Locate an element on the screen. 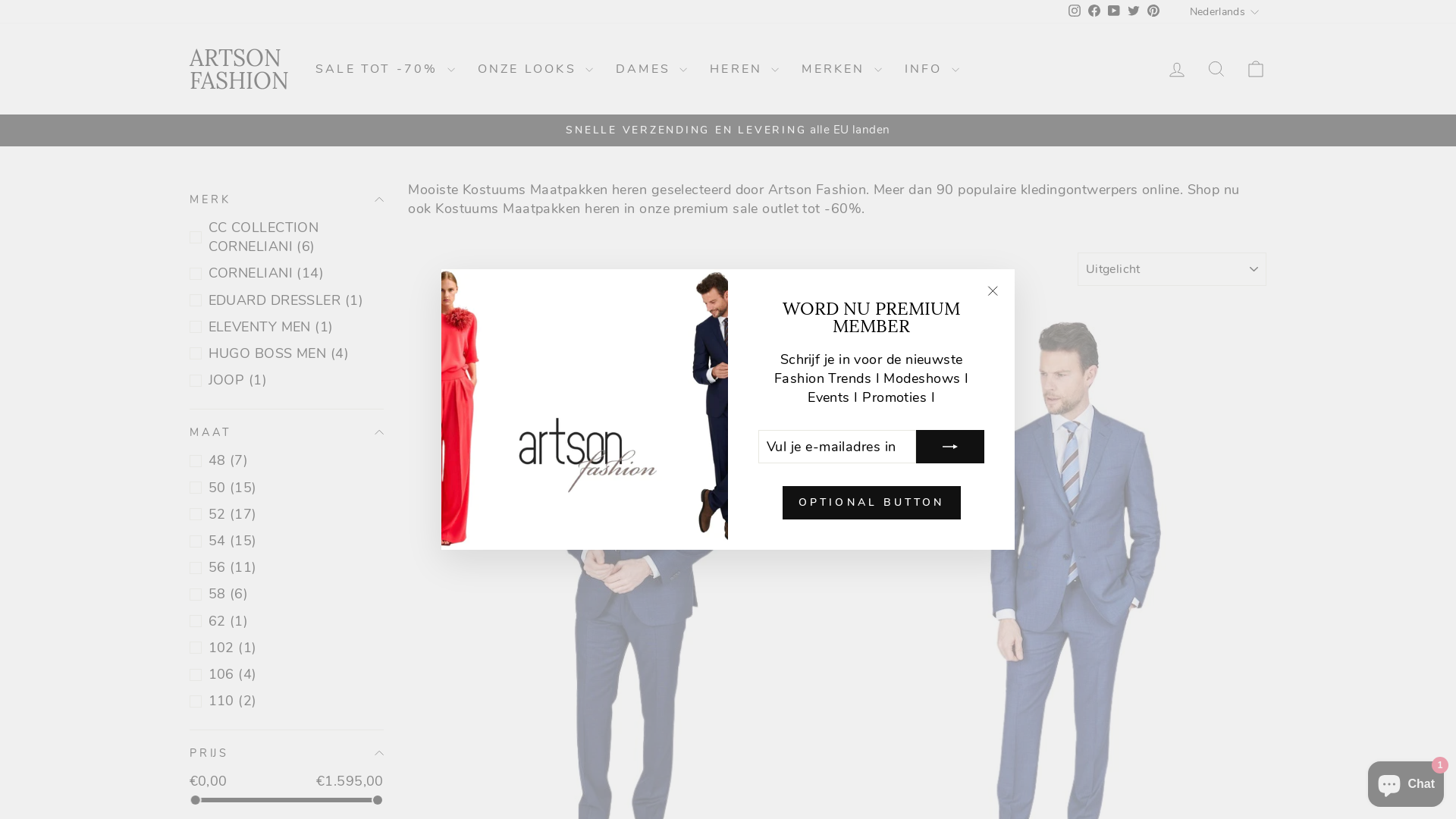 The image size is (1456, 819). 'MERK' is located at coordinates (188, 198).